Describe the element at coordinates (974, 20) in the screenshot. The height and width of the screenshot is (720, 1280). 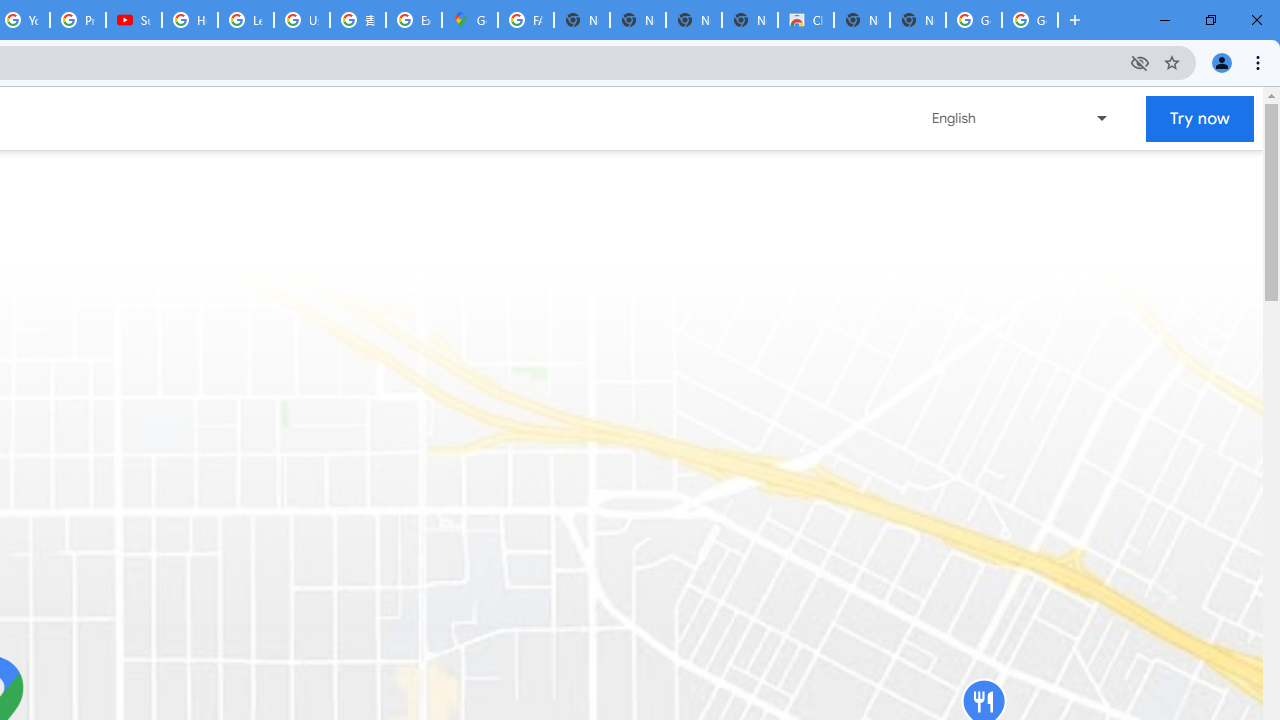
I see `'Google Images'` at that location.